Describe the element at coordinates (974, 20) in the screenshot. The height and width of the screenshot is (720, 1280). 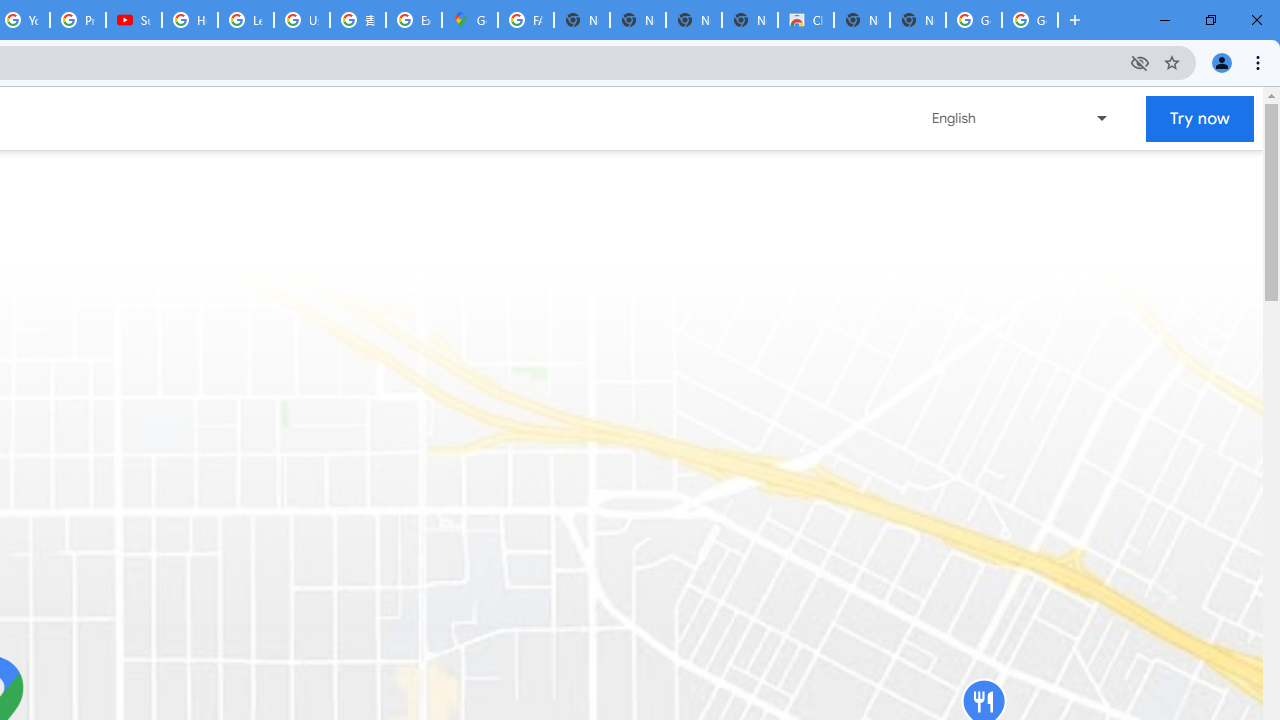
I see `'Google Images'` at that location.